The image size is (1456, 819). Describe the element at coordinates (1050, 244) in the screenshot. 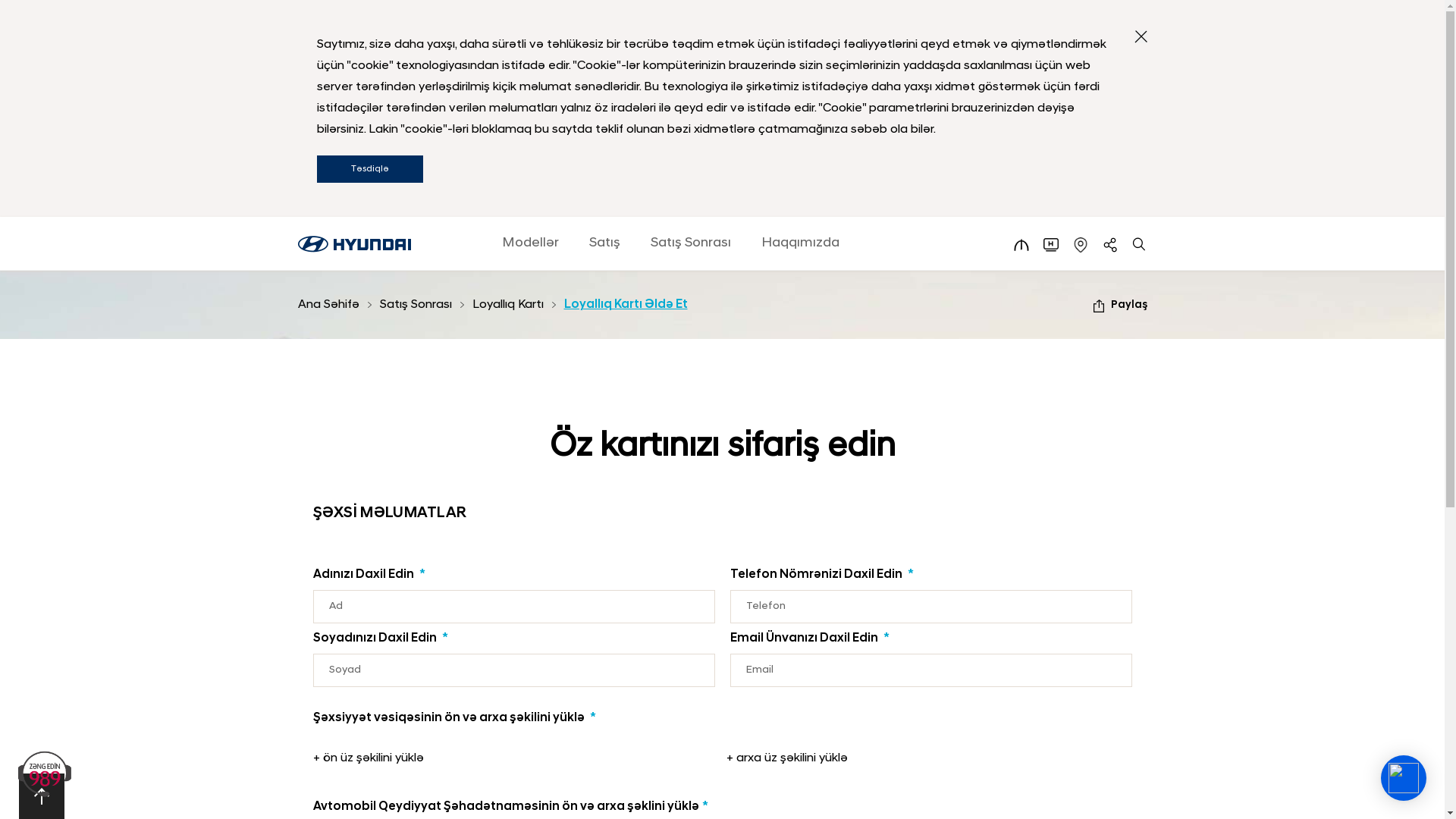

I see `'Hyundai Tv'` at that location.